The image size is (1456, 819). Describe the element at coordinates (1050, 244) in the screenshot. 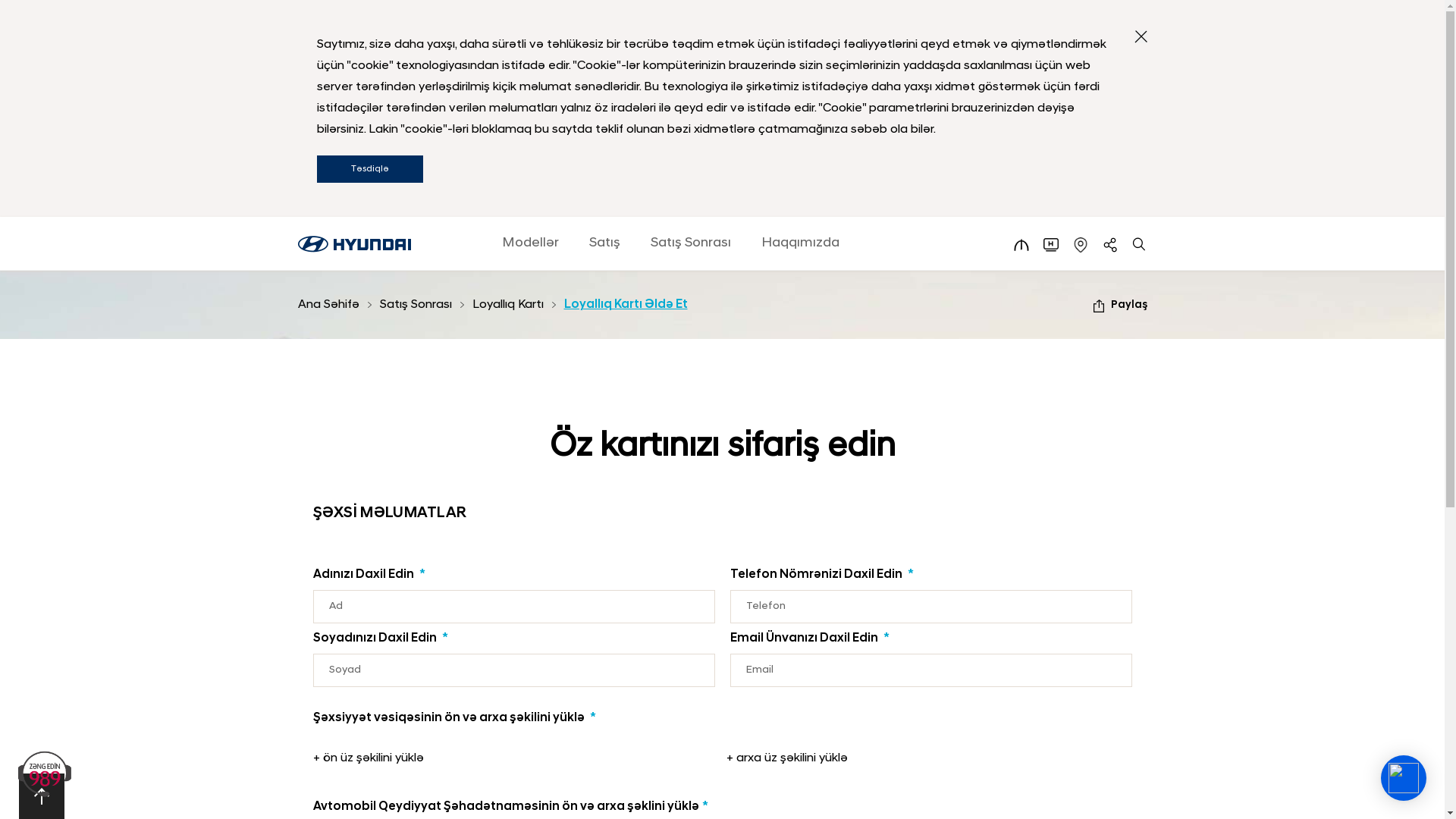

I see `'Hyundai Tv'` at that location.